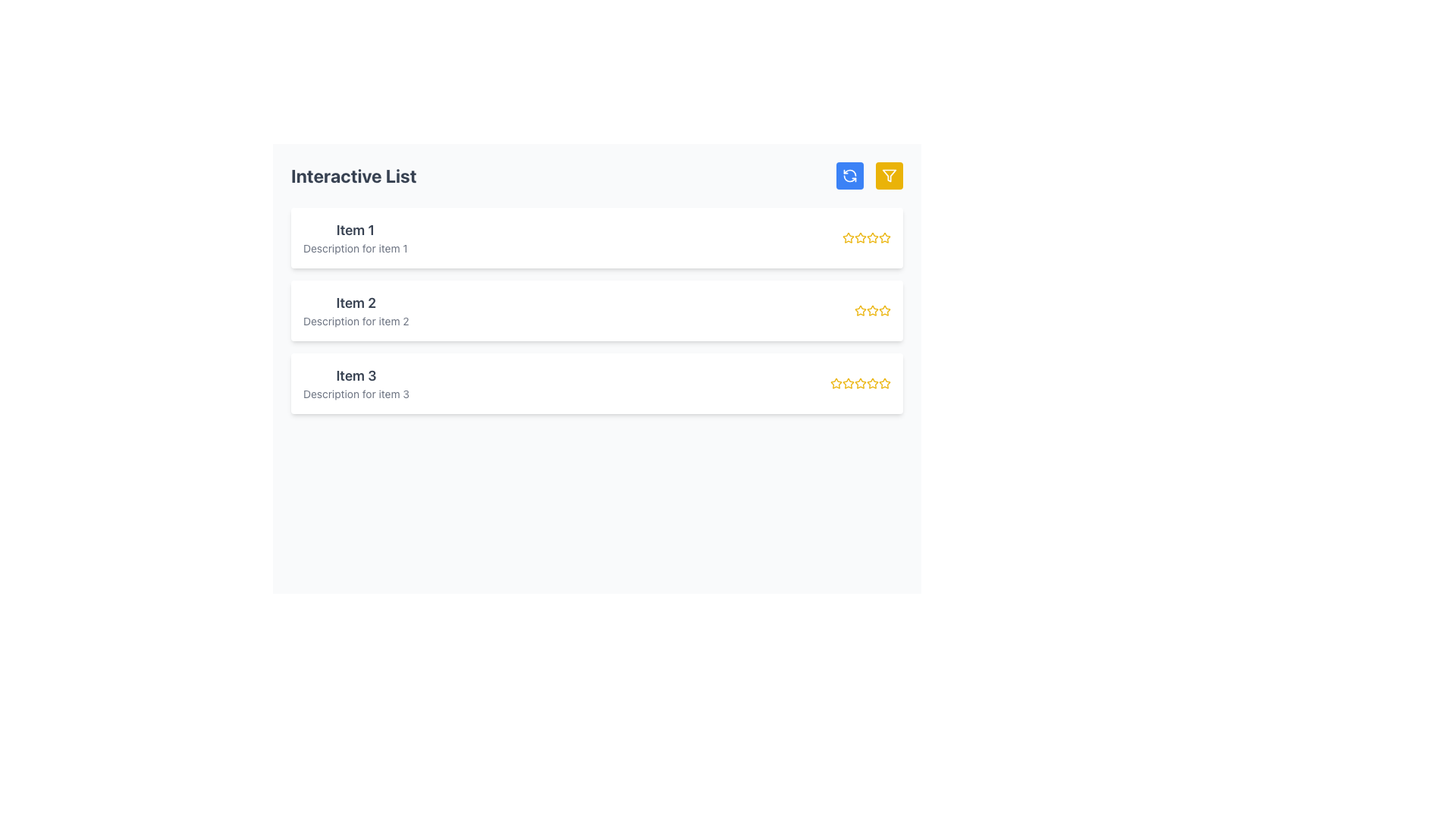 The width and height of the screenshot is (1456, 819). I want to click on the text element styled with a bold, larger font that says 'Item 1', located at the top-left corner of the first card in the list, so click(354, 231).